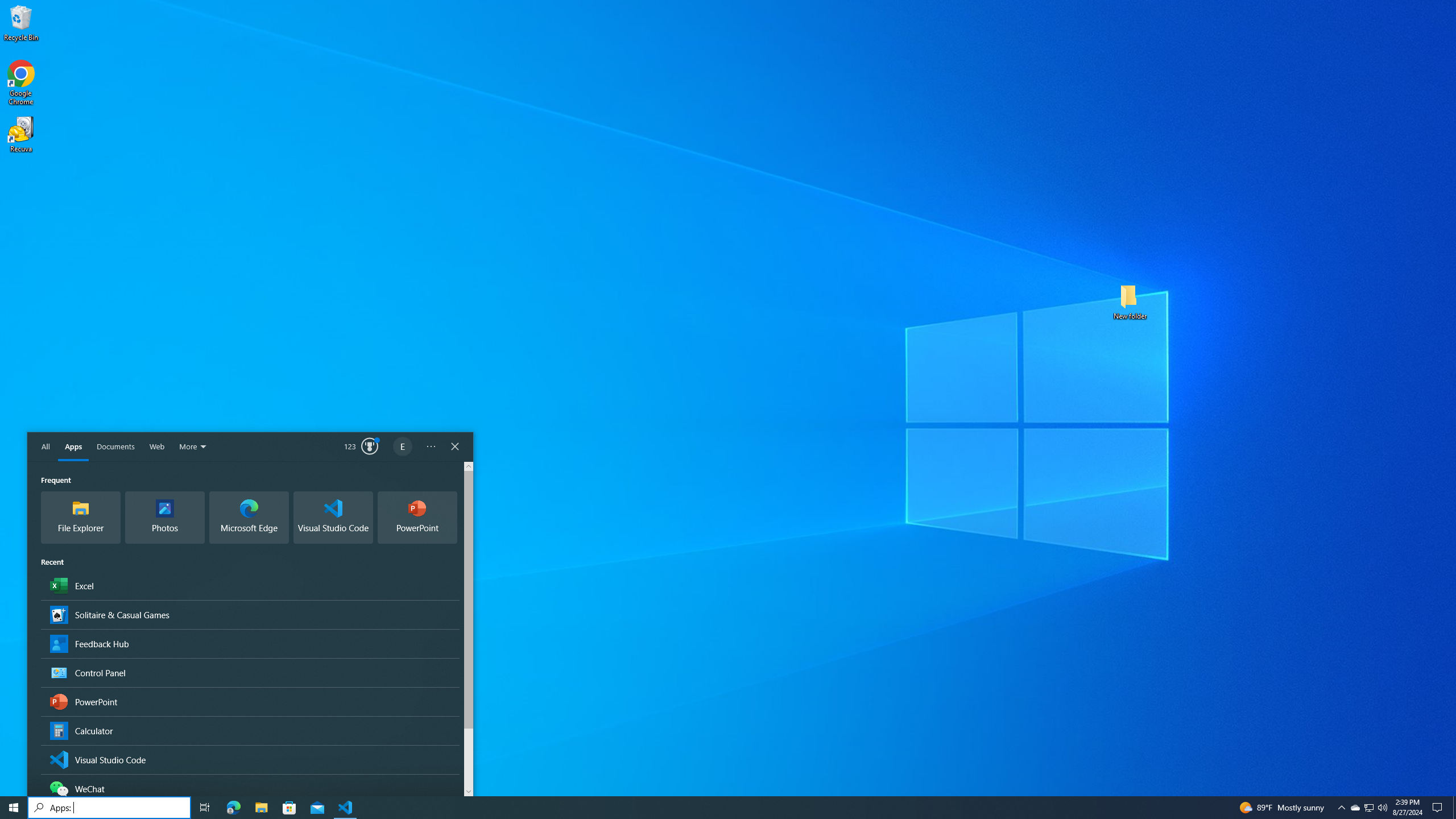 This screenshot has height=819, width=1456. I want to click on 'Solitaire & Casual Games, App', so click(250, 614).